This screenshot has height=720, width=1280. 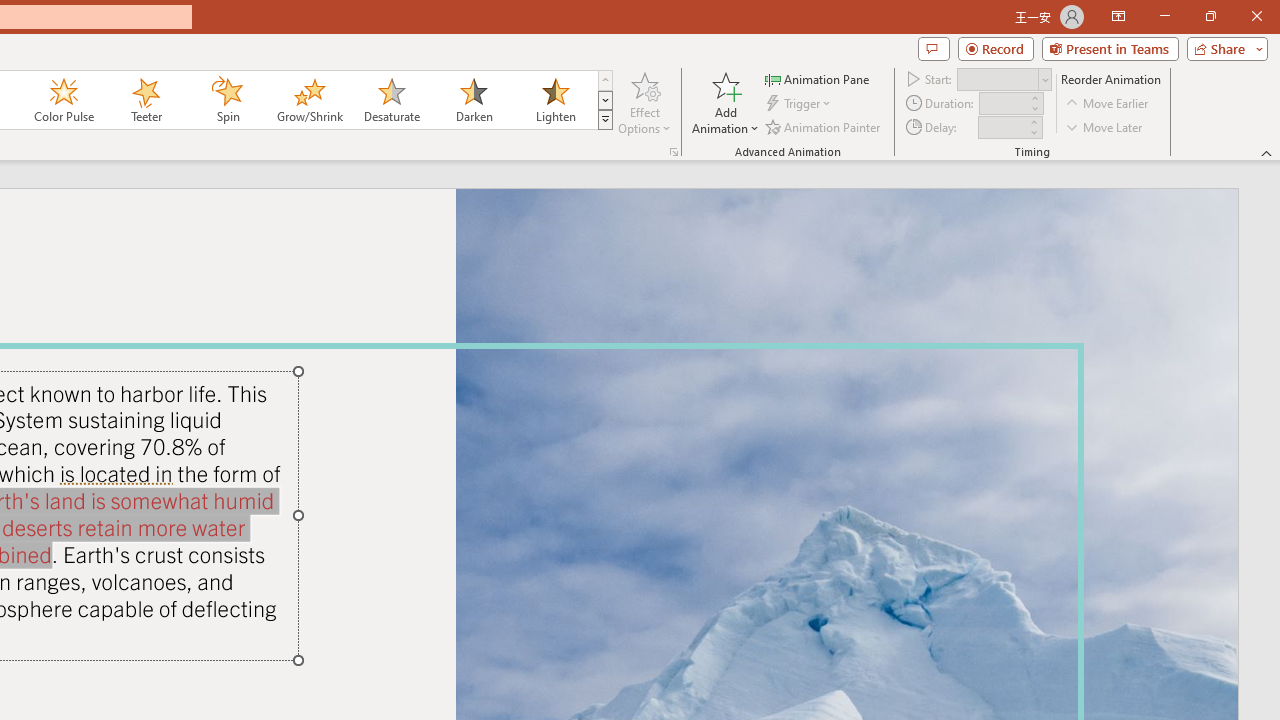 What do you see at coordinates (308, 100) in the screenshot?
I see `'Grow/Shrink'` at bounding box center [308, 100].